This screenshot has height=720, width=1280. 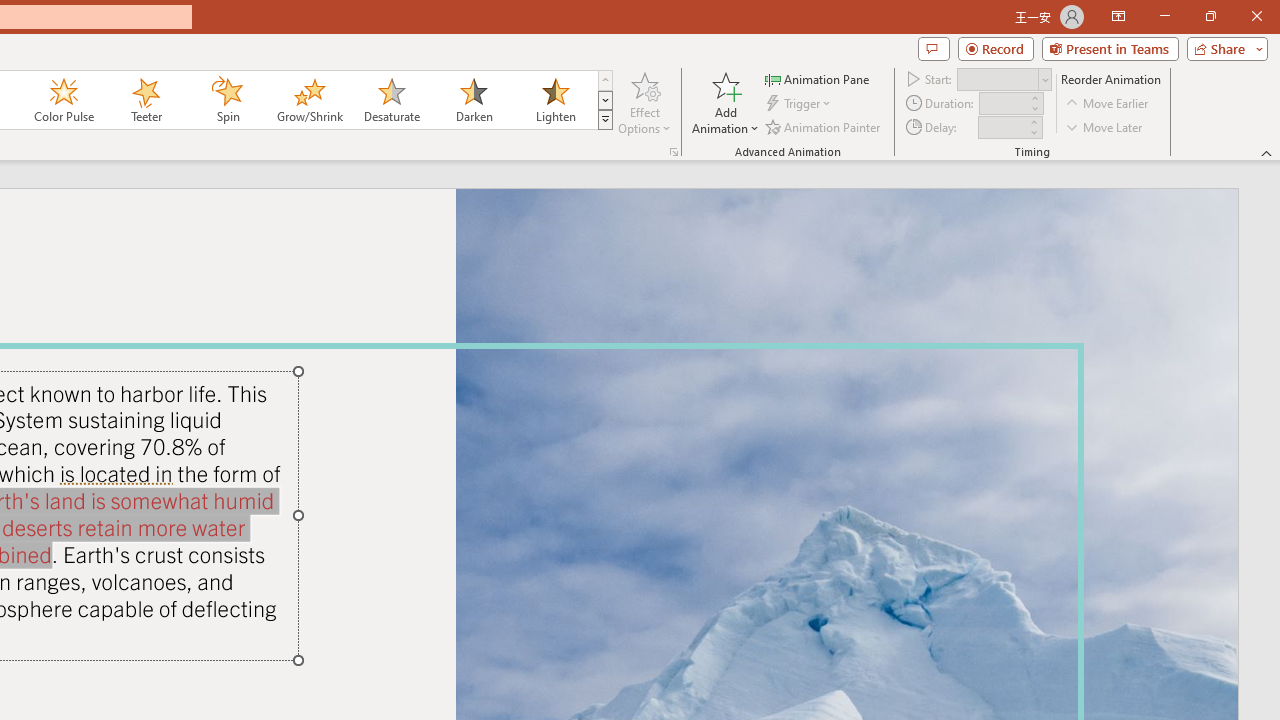 What do you see at coordinates (308, 100) in the screenshot?
I see `'Grow/Shrink'` at bounding box center [308, 100].